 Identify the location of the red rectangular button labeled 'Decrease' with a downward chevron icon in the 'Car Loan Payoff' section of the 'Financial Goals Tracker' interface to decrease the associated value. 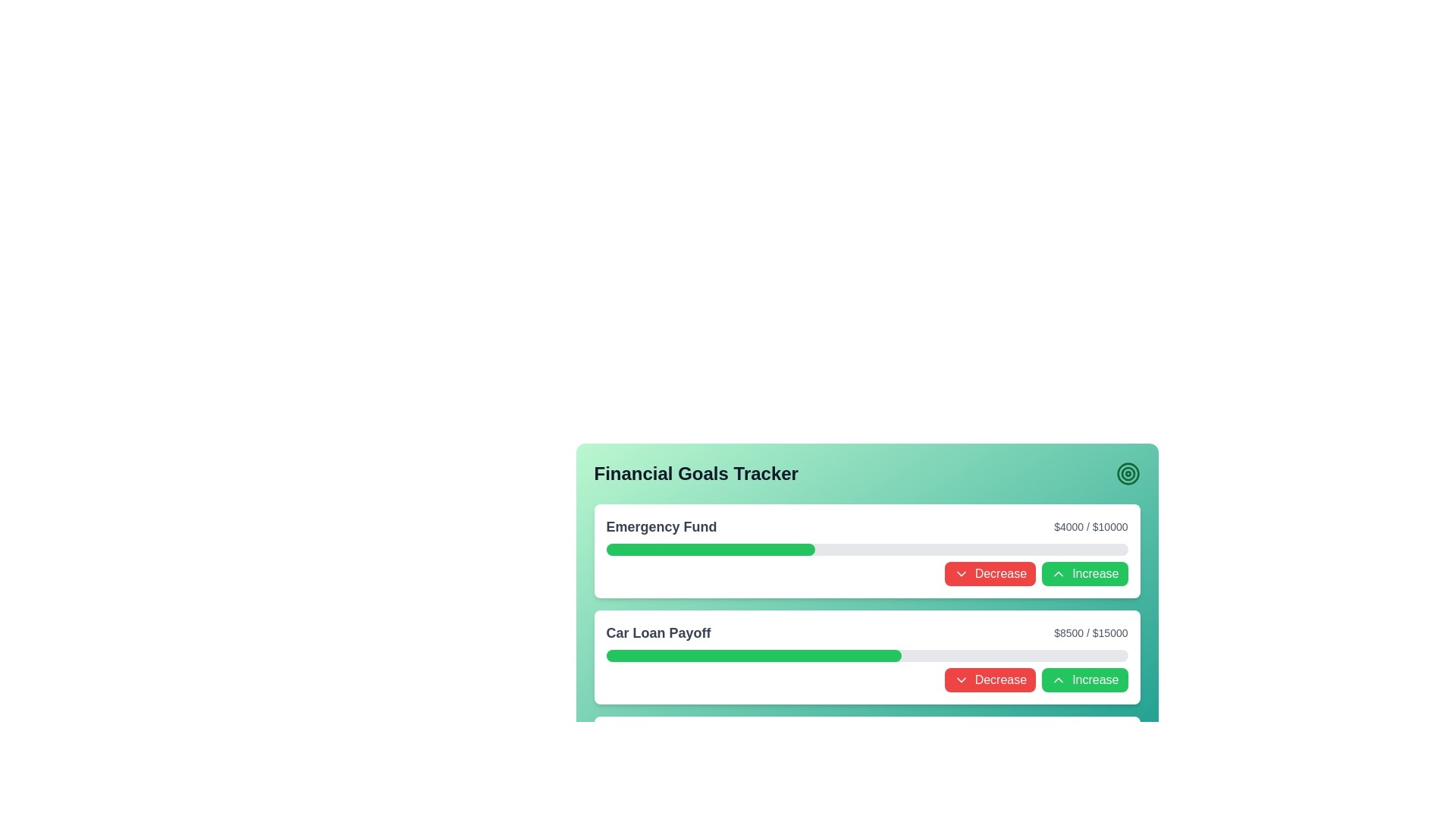
(990, 679).